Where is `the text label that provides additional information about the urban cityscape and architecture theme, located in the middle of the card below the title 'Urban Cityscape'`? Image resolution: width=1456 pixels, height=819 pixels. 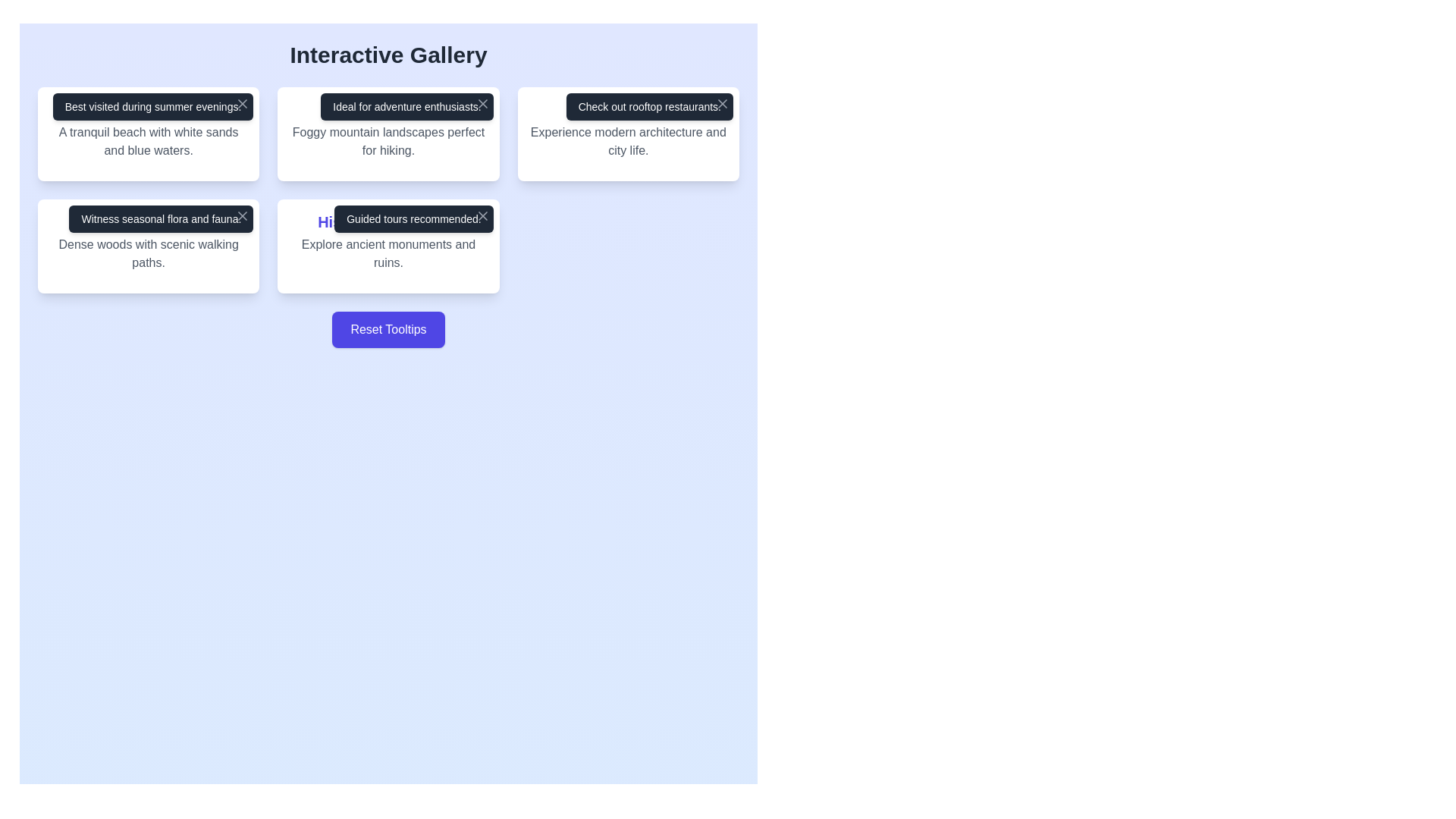
the text label that provides additional information about the urban cityscape and architecture theme, located in the middle of the card below the title 'Urban Cityscape' is located at coordinates (628, 141).